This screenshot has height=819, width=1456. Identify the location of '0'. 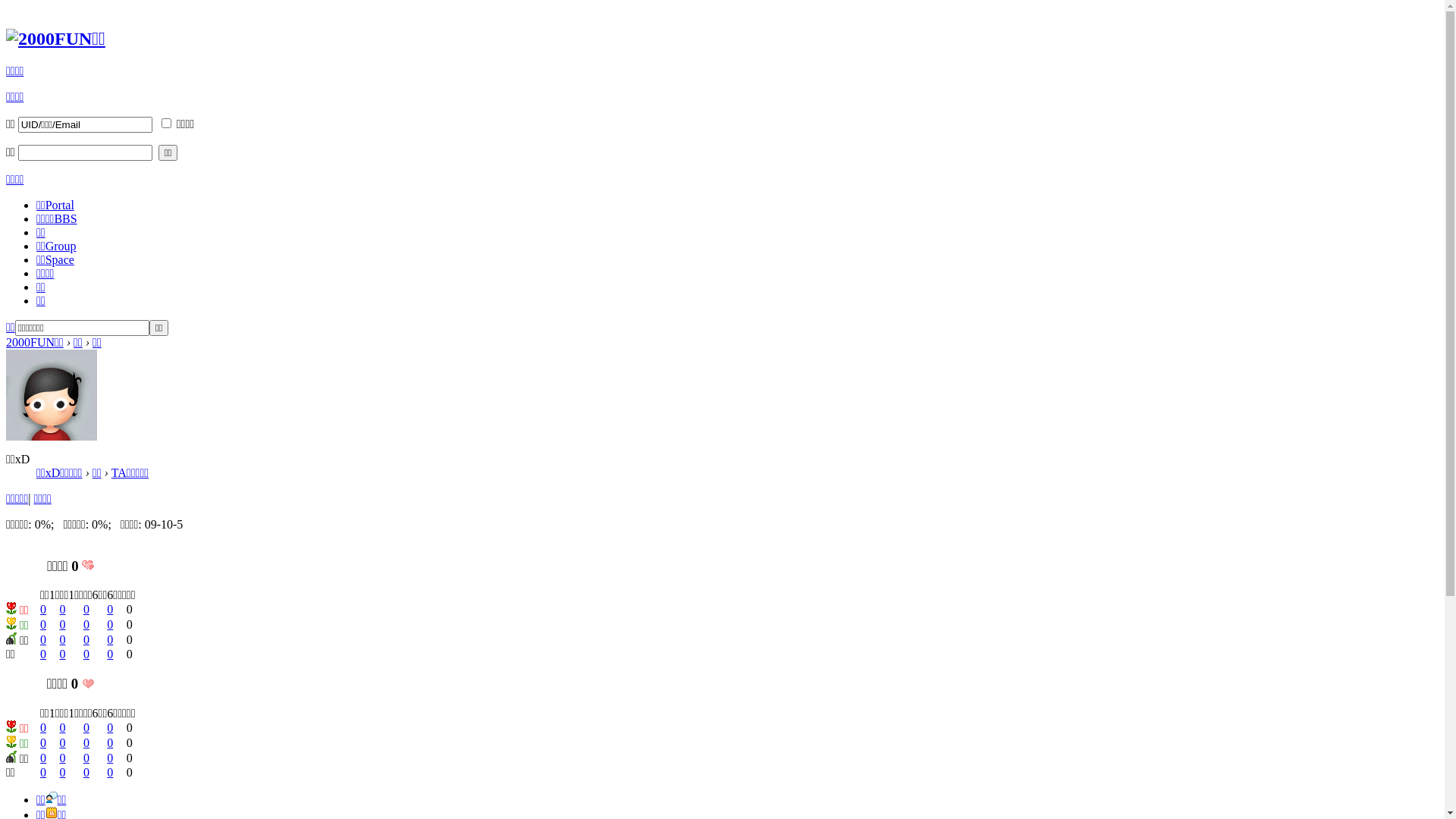
(43, 639).